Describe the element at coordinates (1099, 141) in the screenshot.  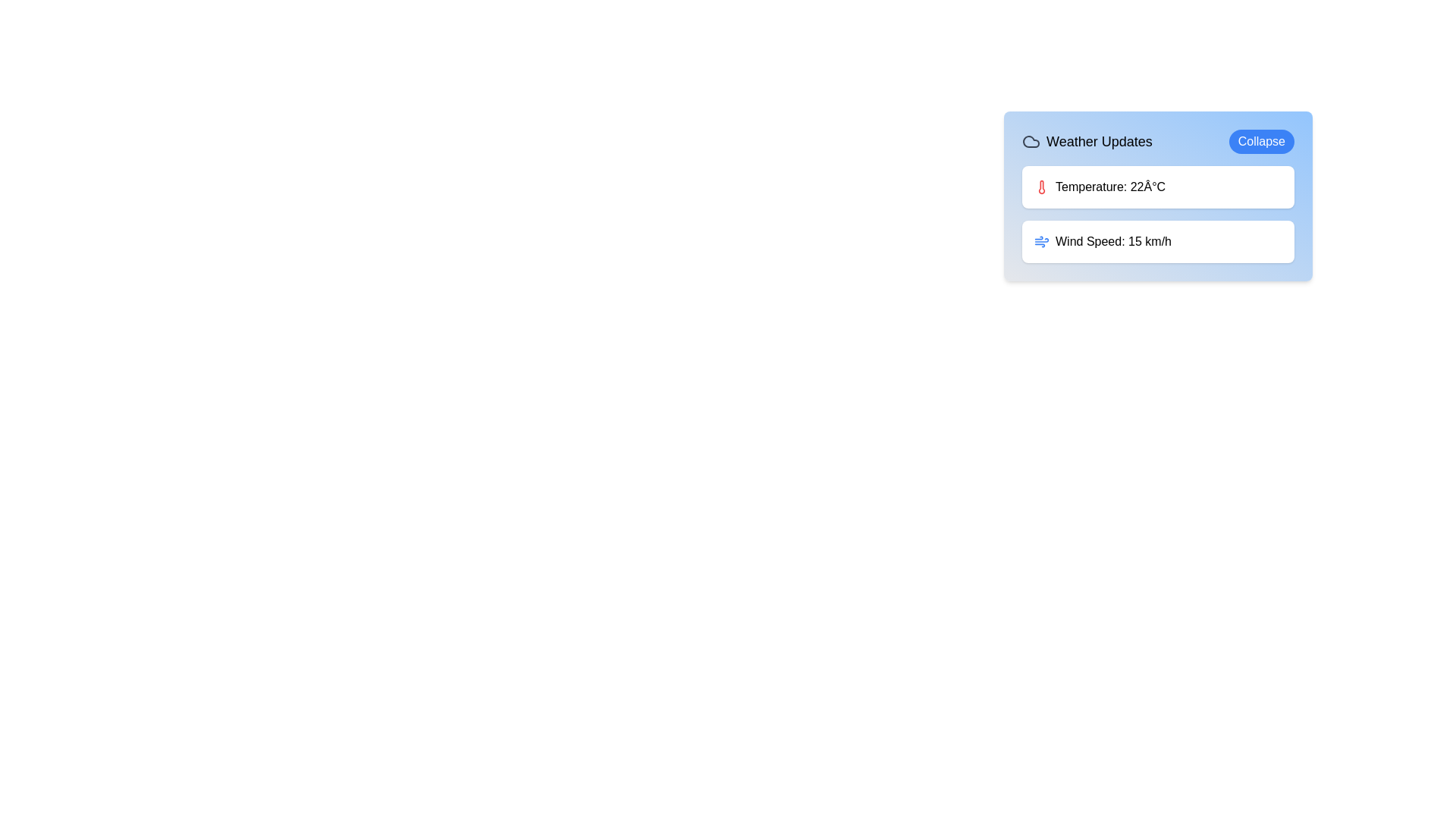
I see `the 'Weather Updates' text label, which is displayed in large, bold font and is located near the top-left corner of a card-like component, to the right of a cloud icon` at that location.